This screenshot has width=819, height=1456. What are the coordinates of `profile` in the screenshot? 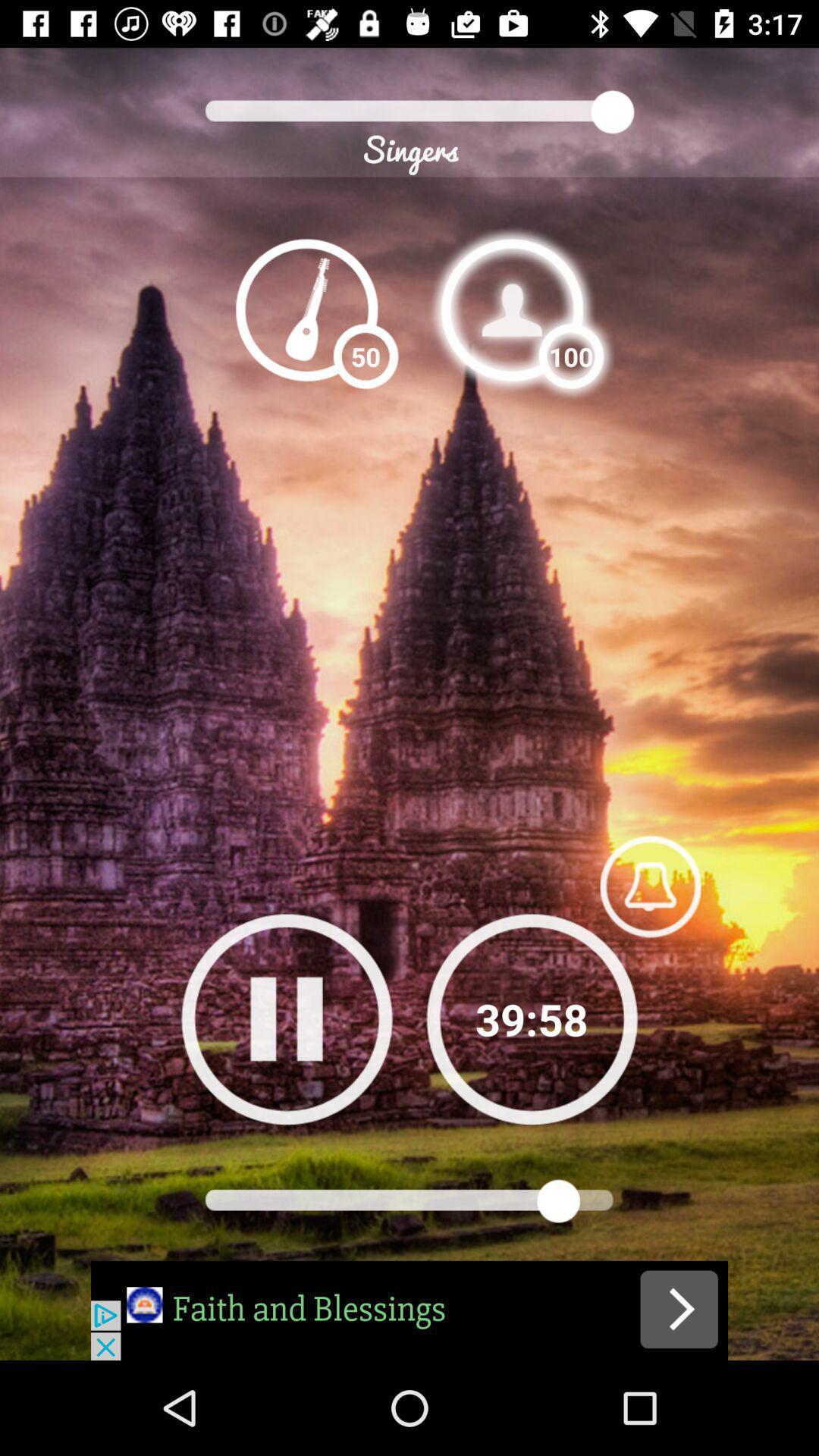 It's located at (512, 309).